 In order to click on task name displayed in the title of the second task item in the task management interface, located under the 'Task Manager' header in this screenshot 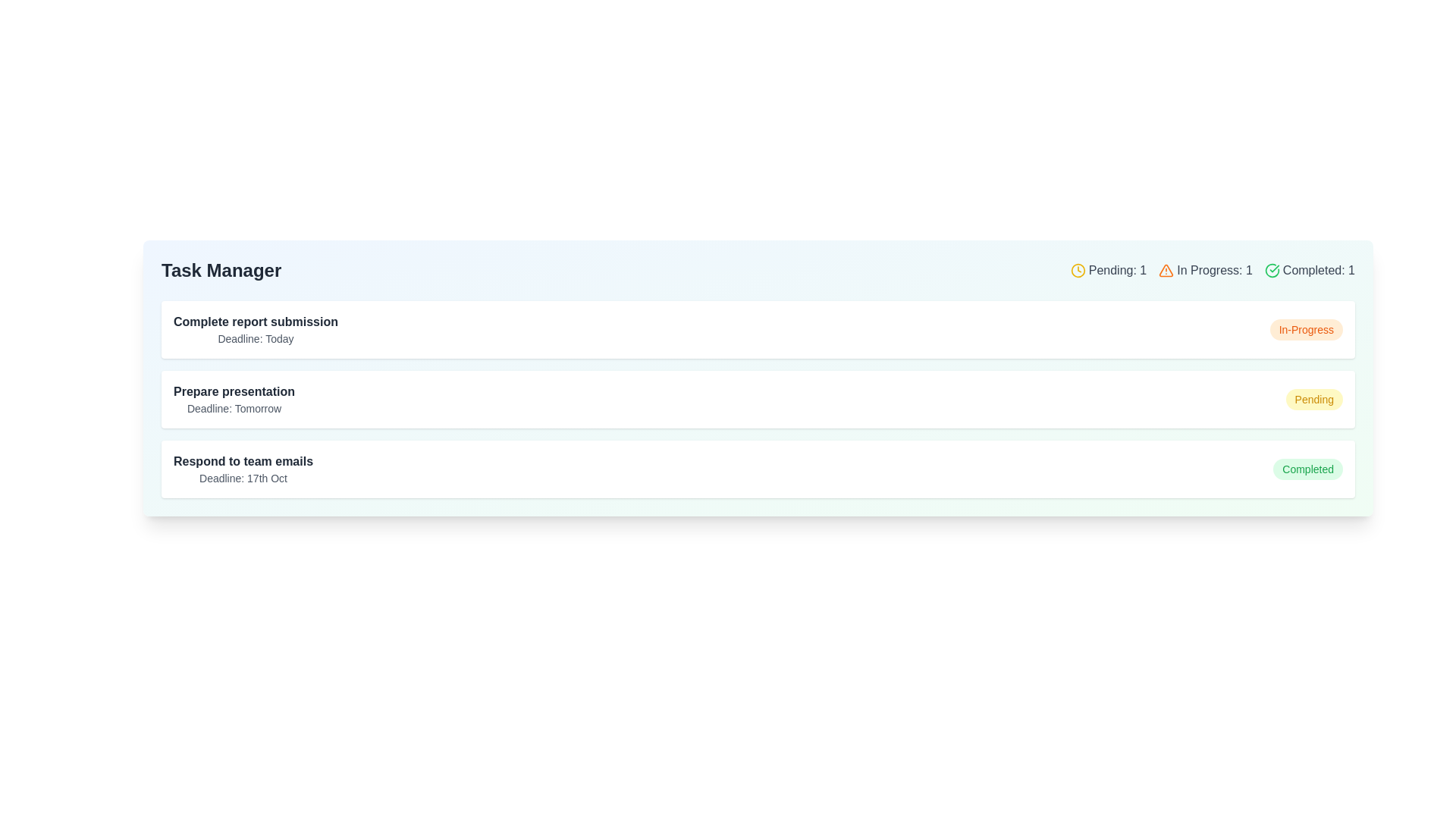, I will do `click(234, 391)`.